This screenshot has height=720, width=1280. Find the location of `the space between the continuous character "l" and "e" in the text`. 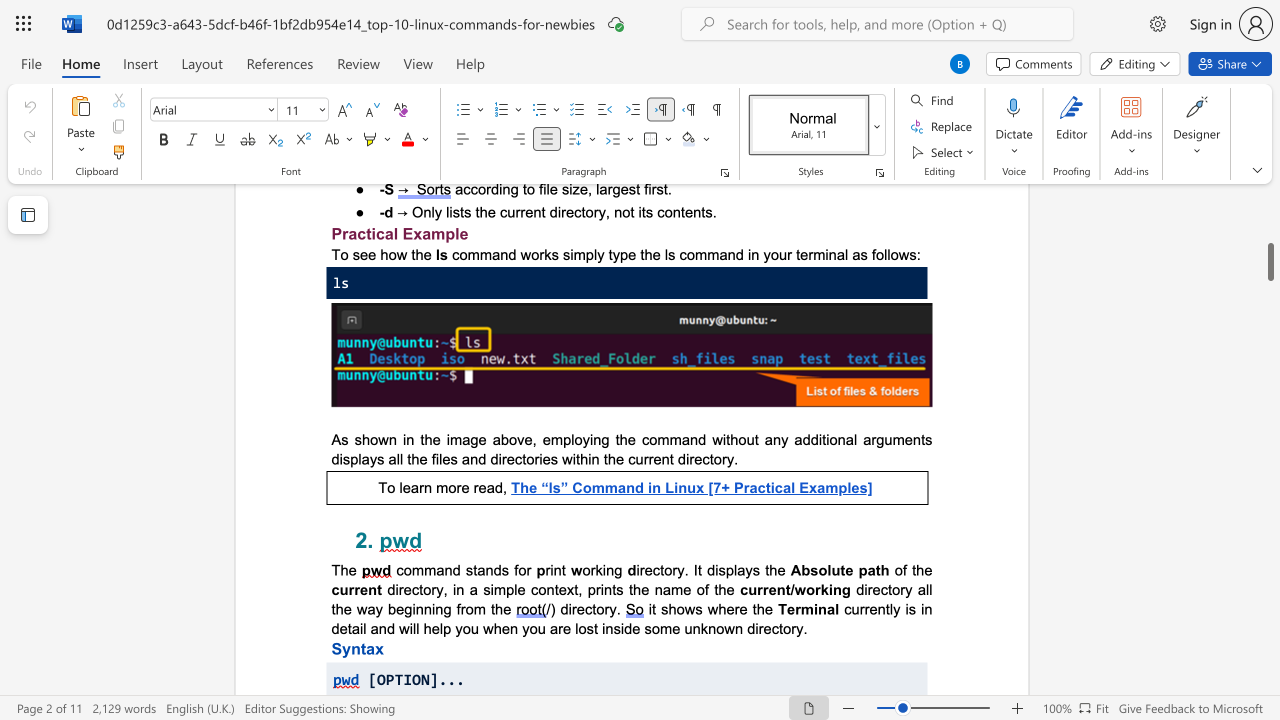

the space between the continuous character "l" and "e" in the text is located at coordinates (402, 487).